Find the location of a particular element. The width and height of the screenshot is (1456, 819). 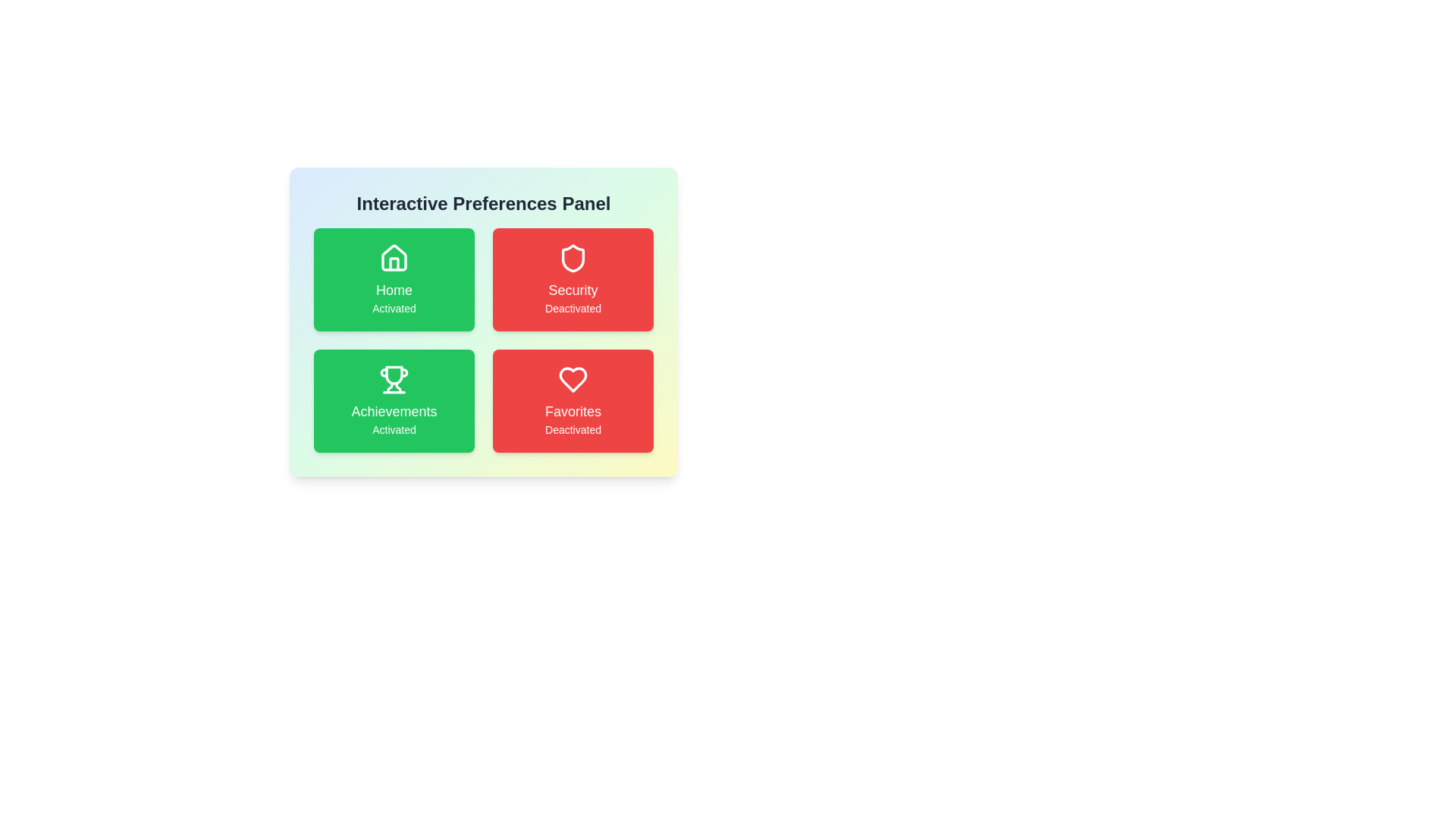

the text of the option Security to inspect or copy it is located at coordinates (572, 280).